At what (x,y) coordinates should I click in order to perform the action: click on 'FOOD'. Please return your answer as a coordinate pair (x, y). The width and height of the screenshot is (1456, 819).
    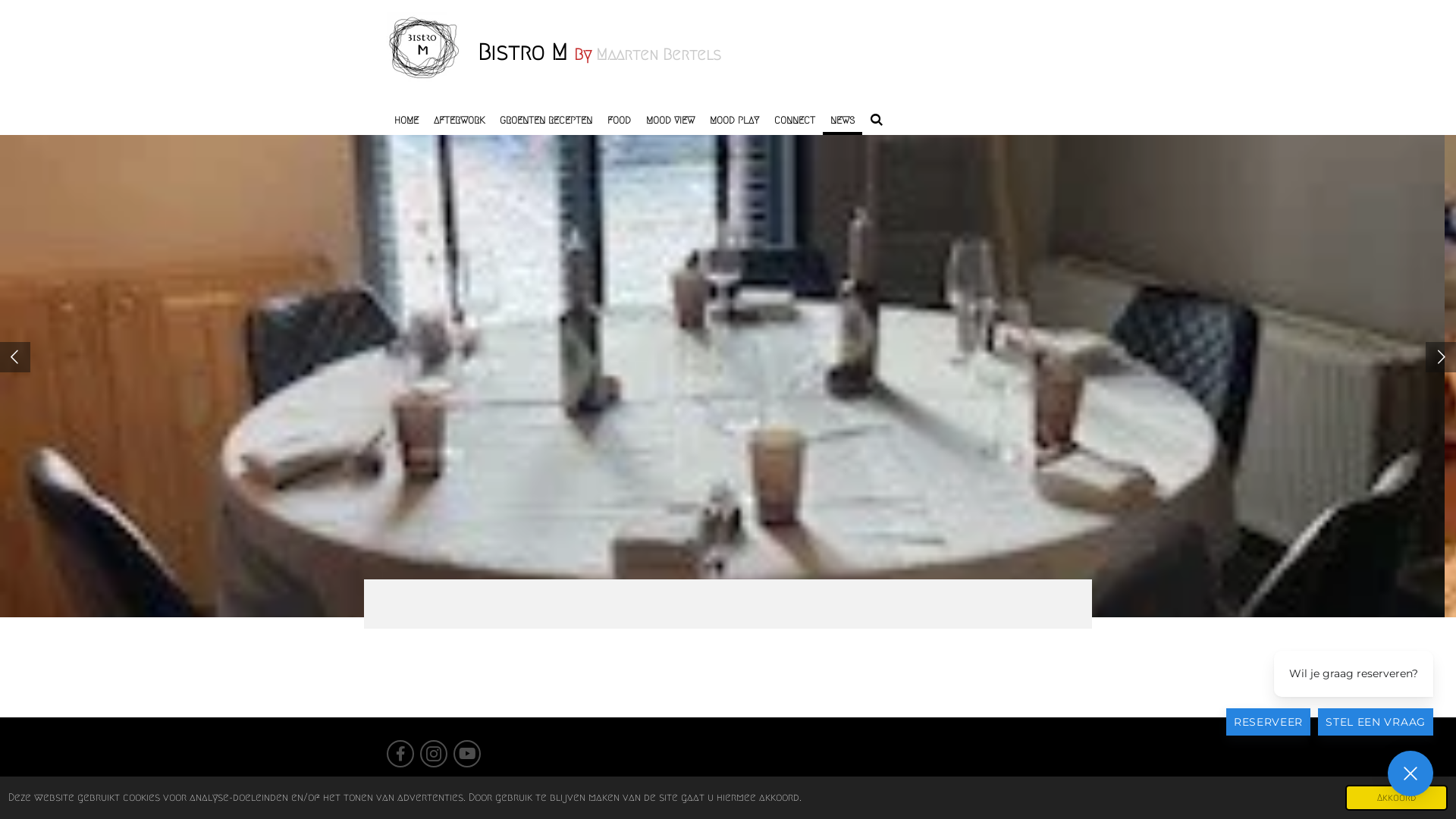
    Looking at the image, I should click on (619, 119).